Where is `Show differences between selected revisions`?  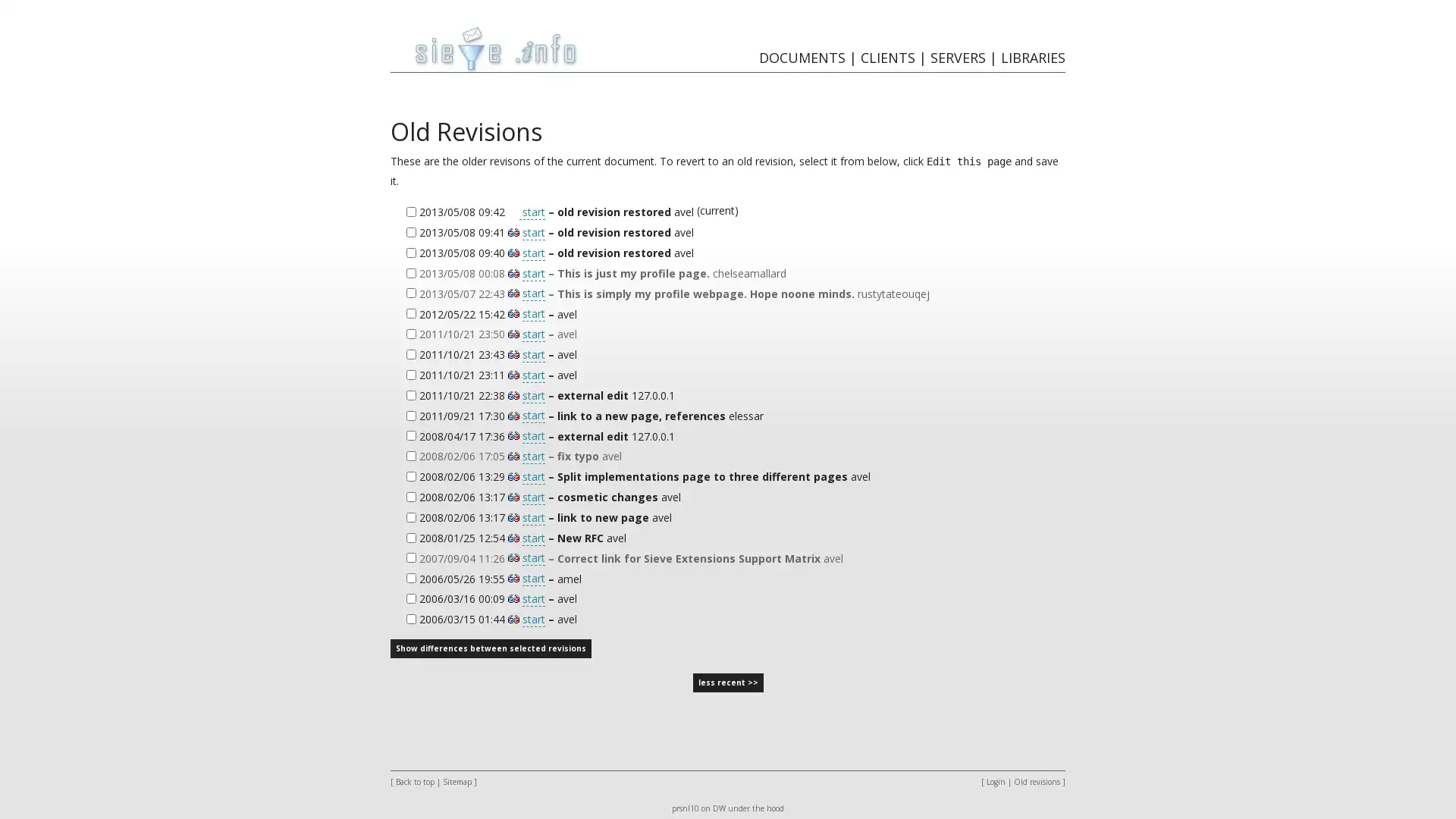 Show differences between selected revisions is located at coordinates (491, 648).